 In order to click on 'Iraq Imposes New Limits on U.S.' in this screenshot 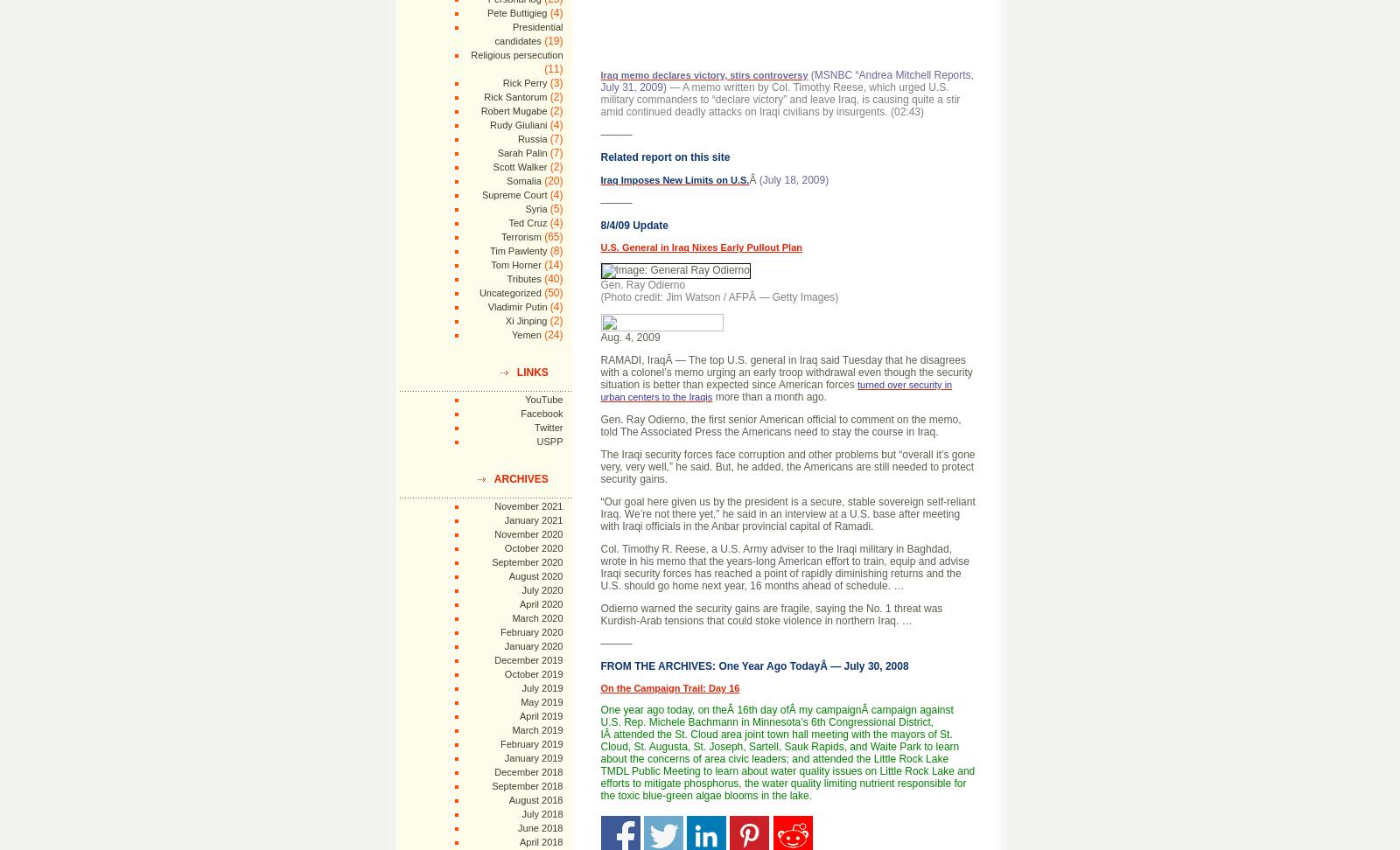, I will do `click(675, 178)`.